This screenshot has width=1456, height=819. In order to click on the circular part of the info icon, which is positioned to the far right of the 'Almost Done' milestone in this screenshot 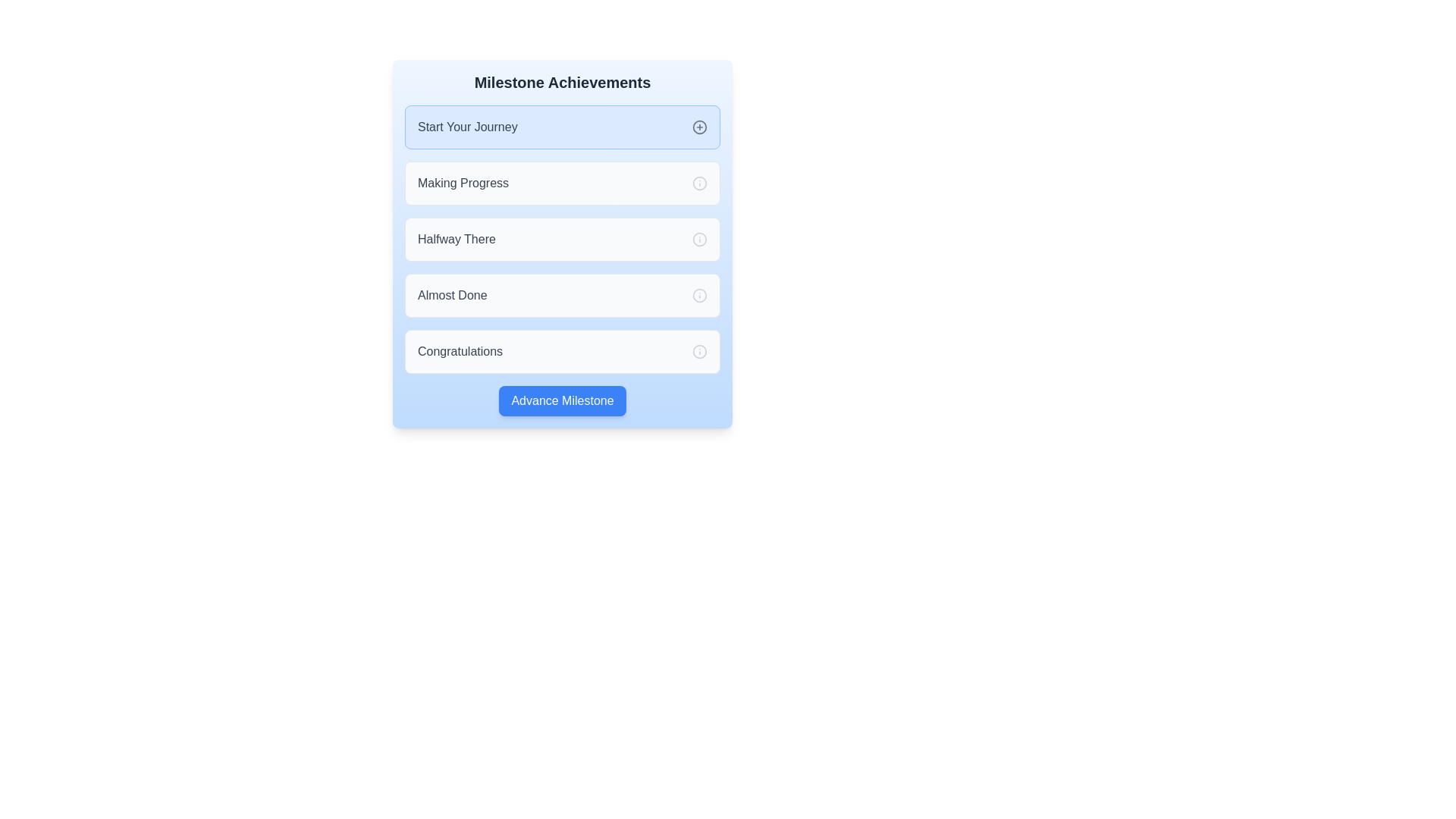, I will do `click(698, 295)`.